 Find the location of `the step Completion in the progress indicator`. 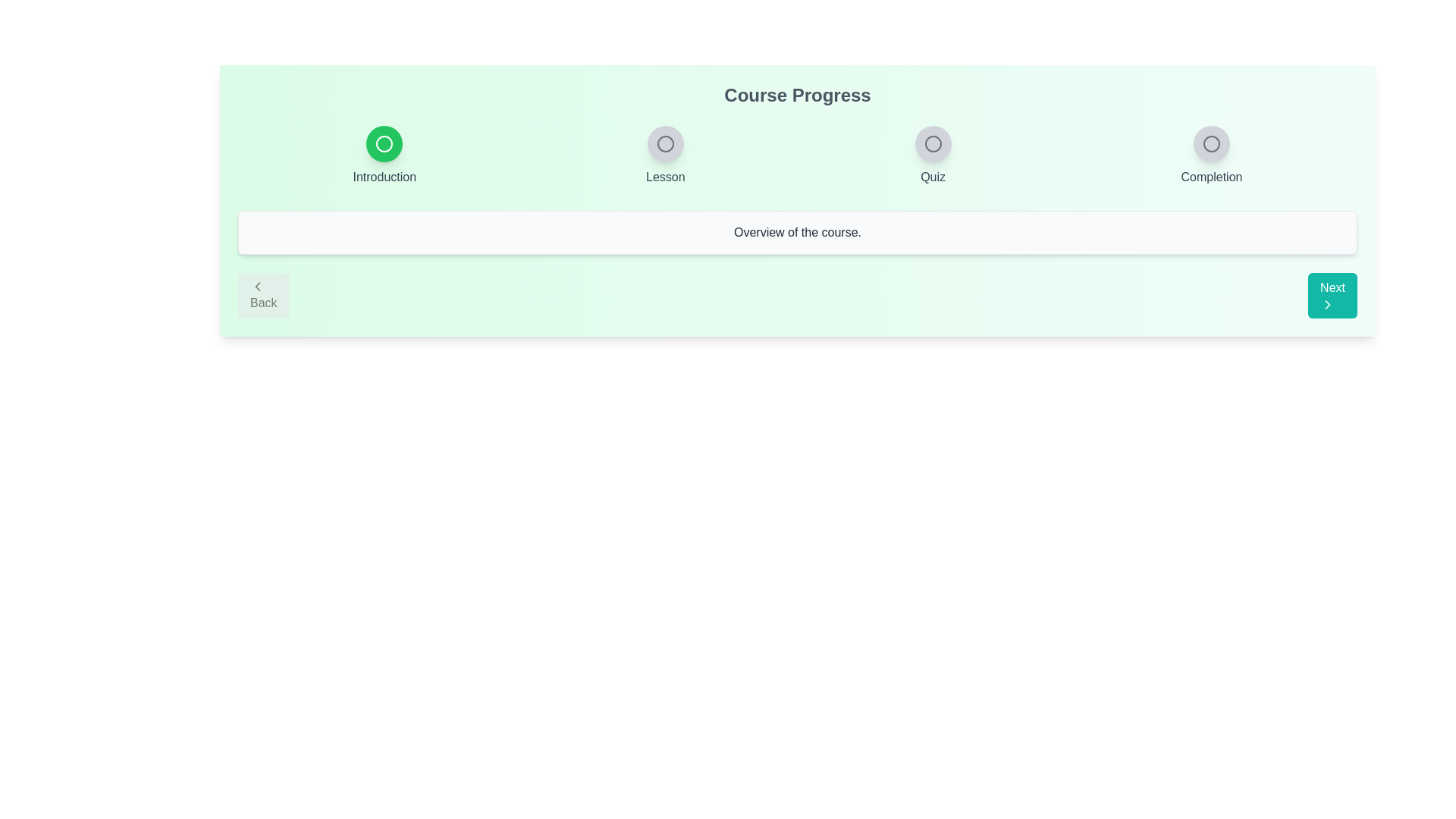

the step Completion in the progress indicator is located at coordinates (1211, 143).